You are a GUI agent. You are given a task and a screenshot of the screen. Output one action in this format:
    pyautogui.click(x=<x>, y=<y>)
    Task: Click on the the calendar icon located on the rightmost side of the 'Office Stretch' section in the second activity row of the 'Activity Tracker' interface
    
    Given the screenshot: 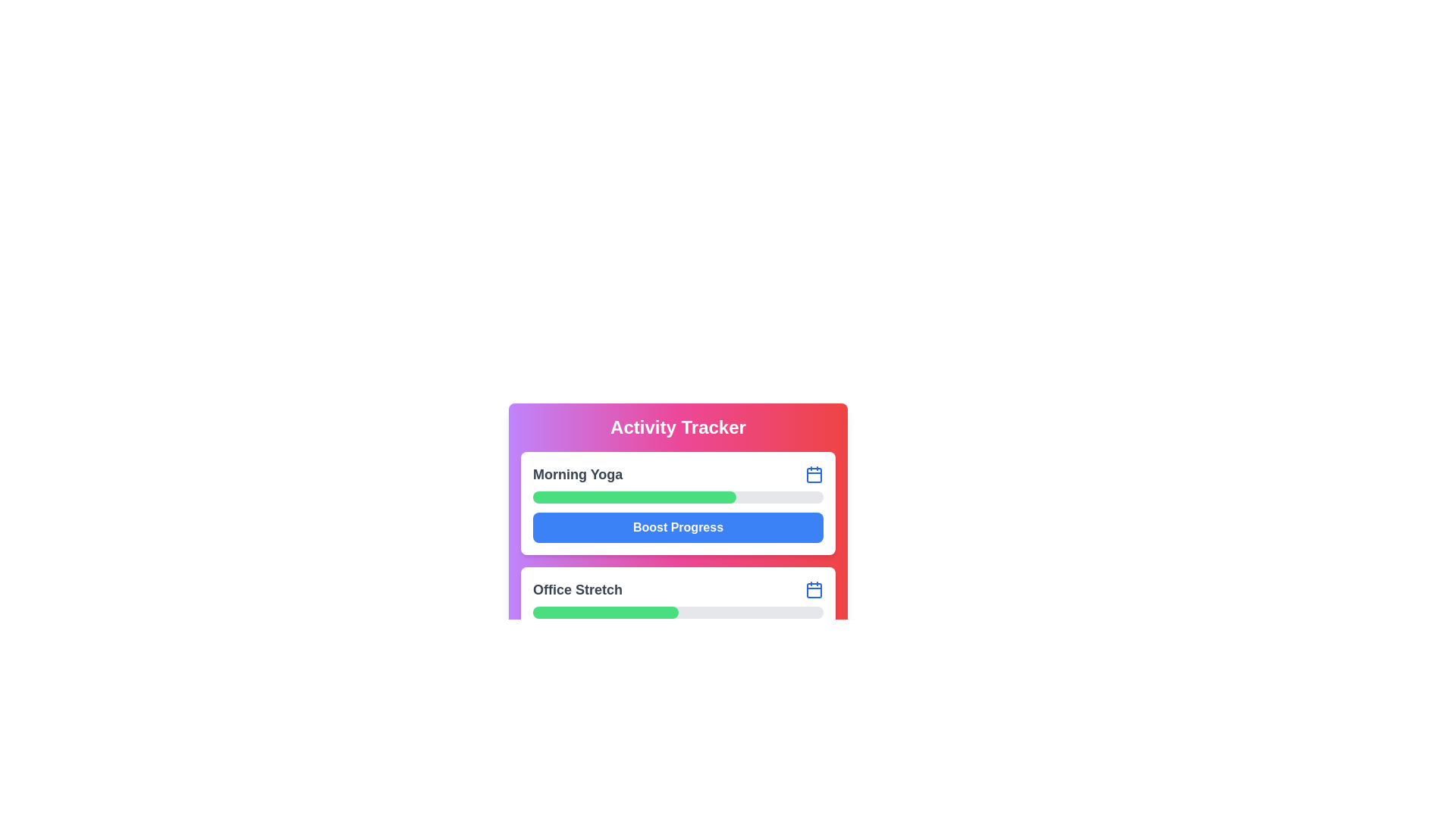 What is the action you would take?
    pyautogui.click(x=814, y=589)
    